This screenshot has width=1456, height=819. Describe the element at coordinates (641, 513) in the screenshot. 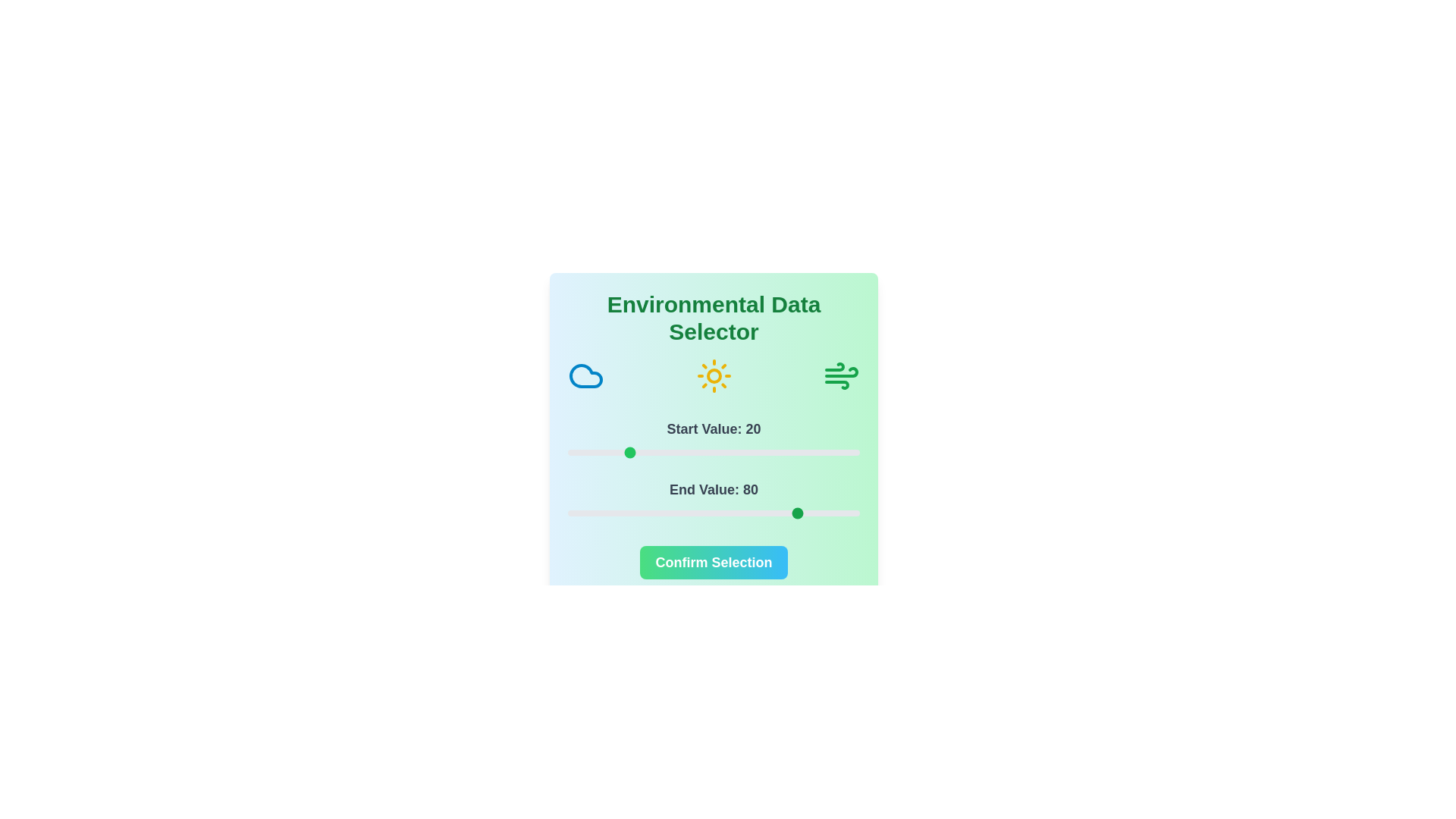

I see `the End Value slider` at that location.